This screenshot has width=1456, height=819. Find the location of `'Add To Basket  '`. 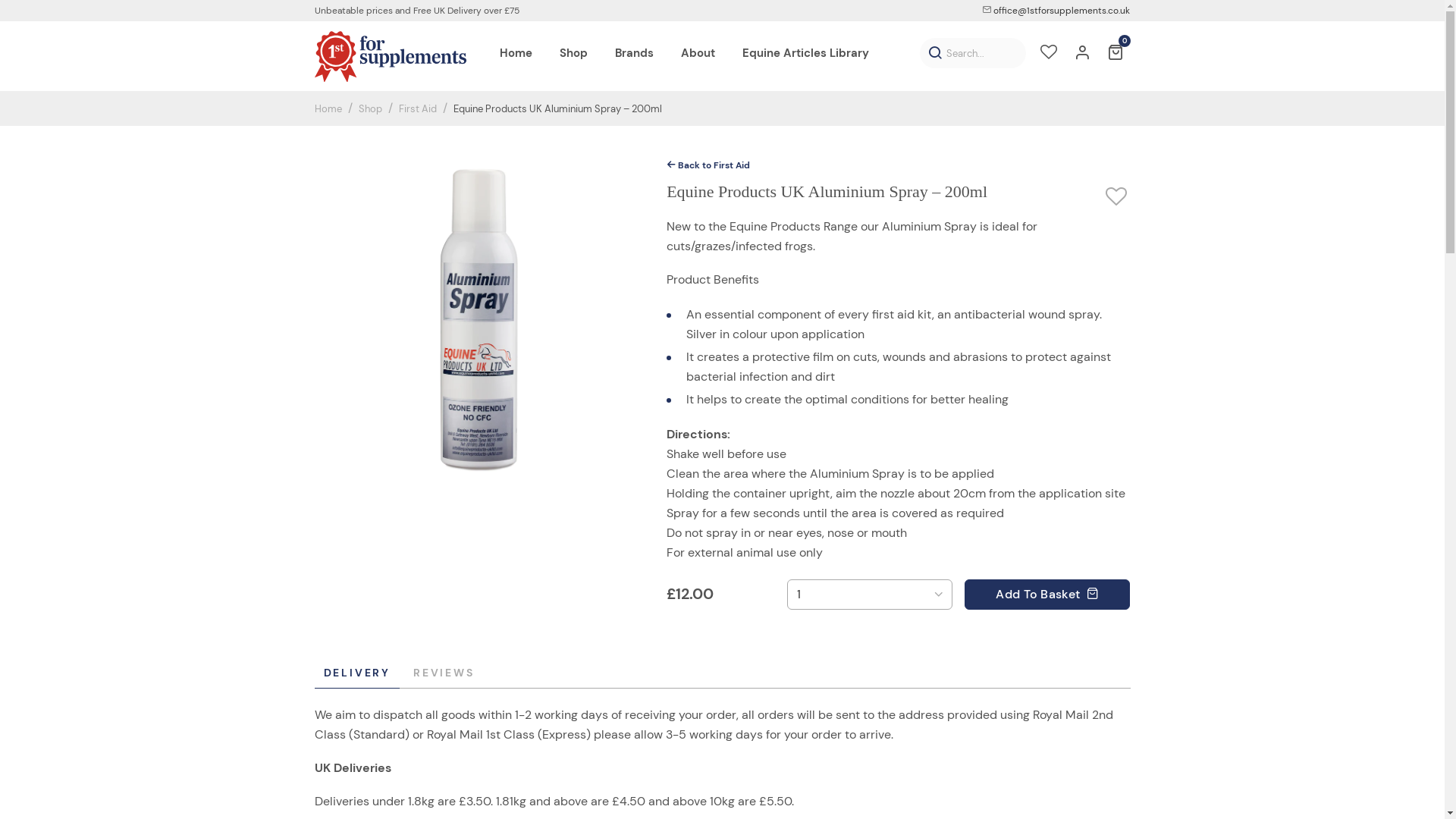

'Add To Basket  ' is located at coordinates (1046, 593).